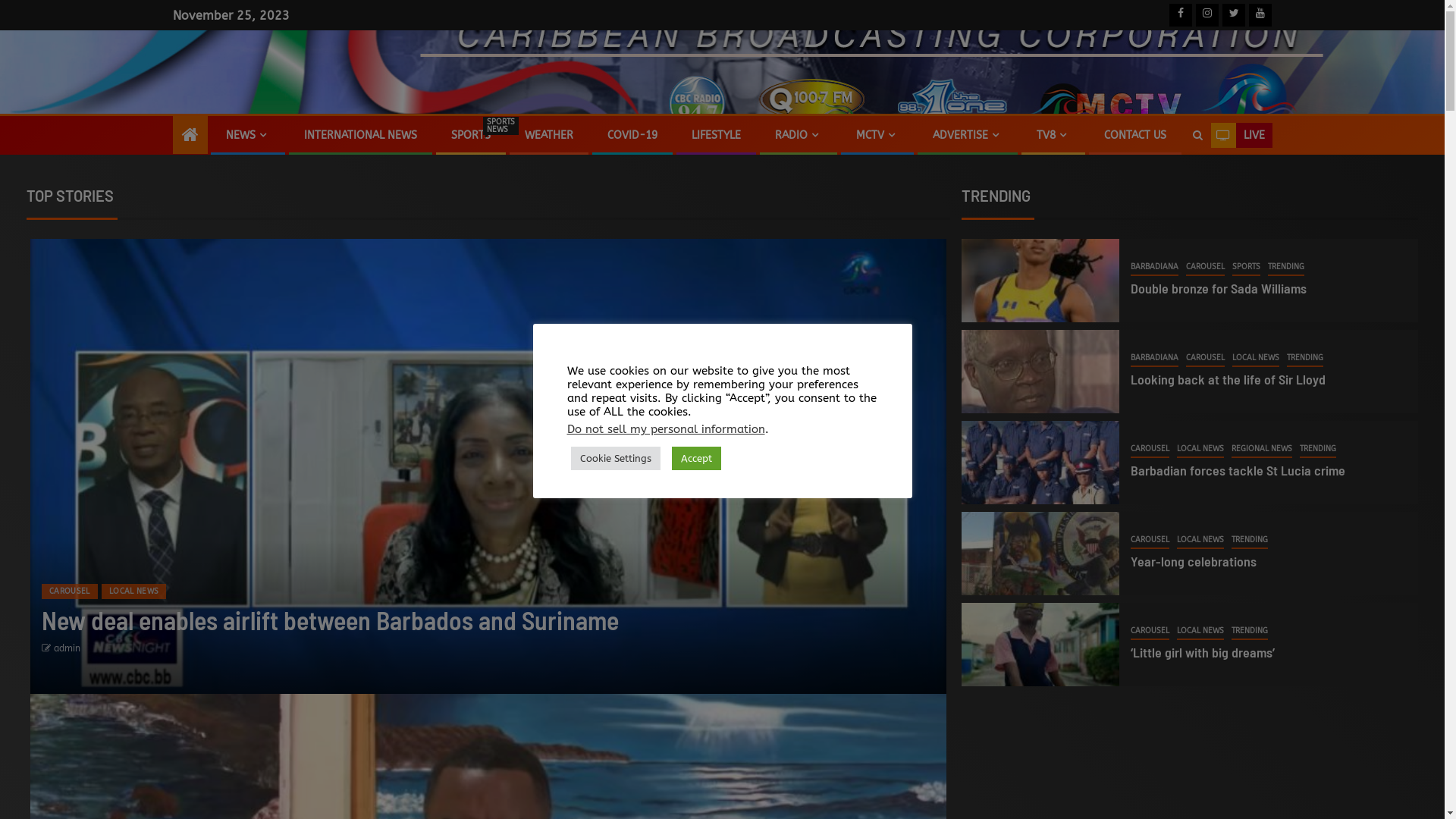  What do you see at coordinates (1200, 540) in the screenshot?
I see `'LOCAL NEWS'` at bounding box center [1200, 540].